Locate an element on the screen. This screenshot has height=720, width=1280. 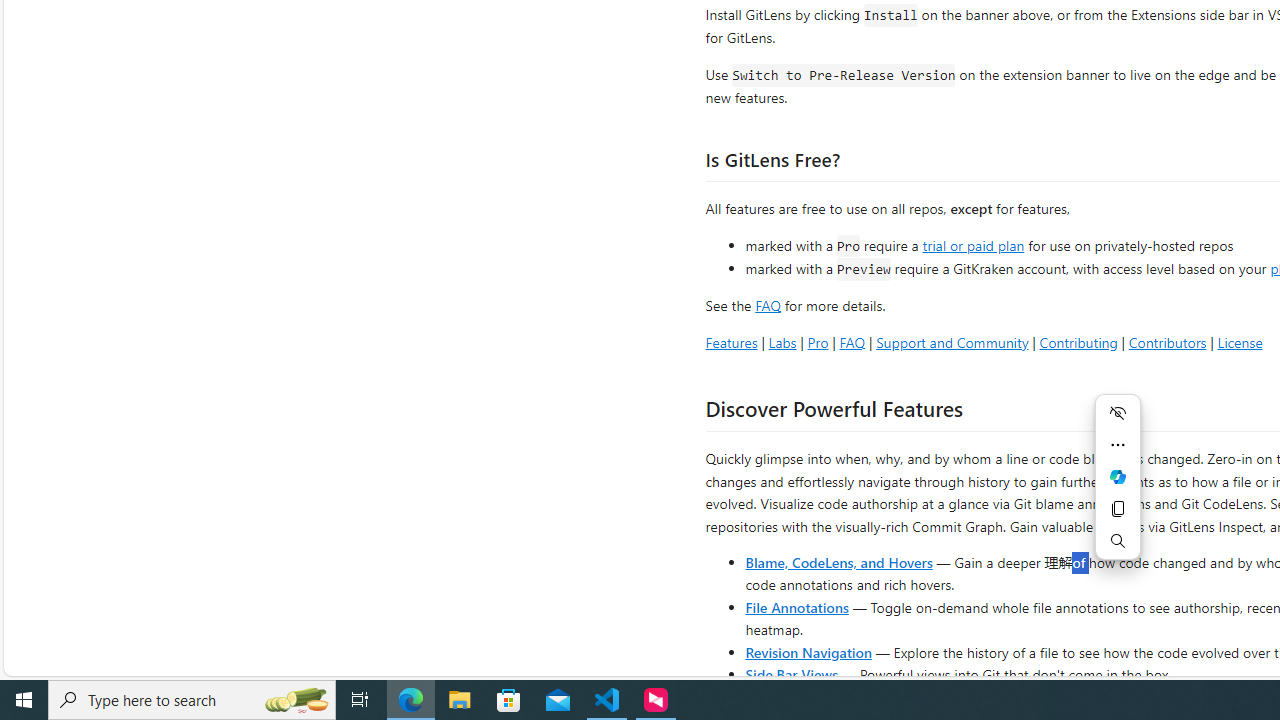
'More actions' is located at coordinates (1117, 443).